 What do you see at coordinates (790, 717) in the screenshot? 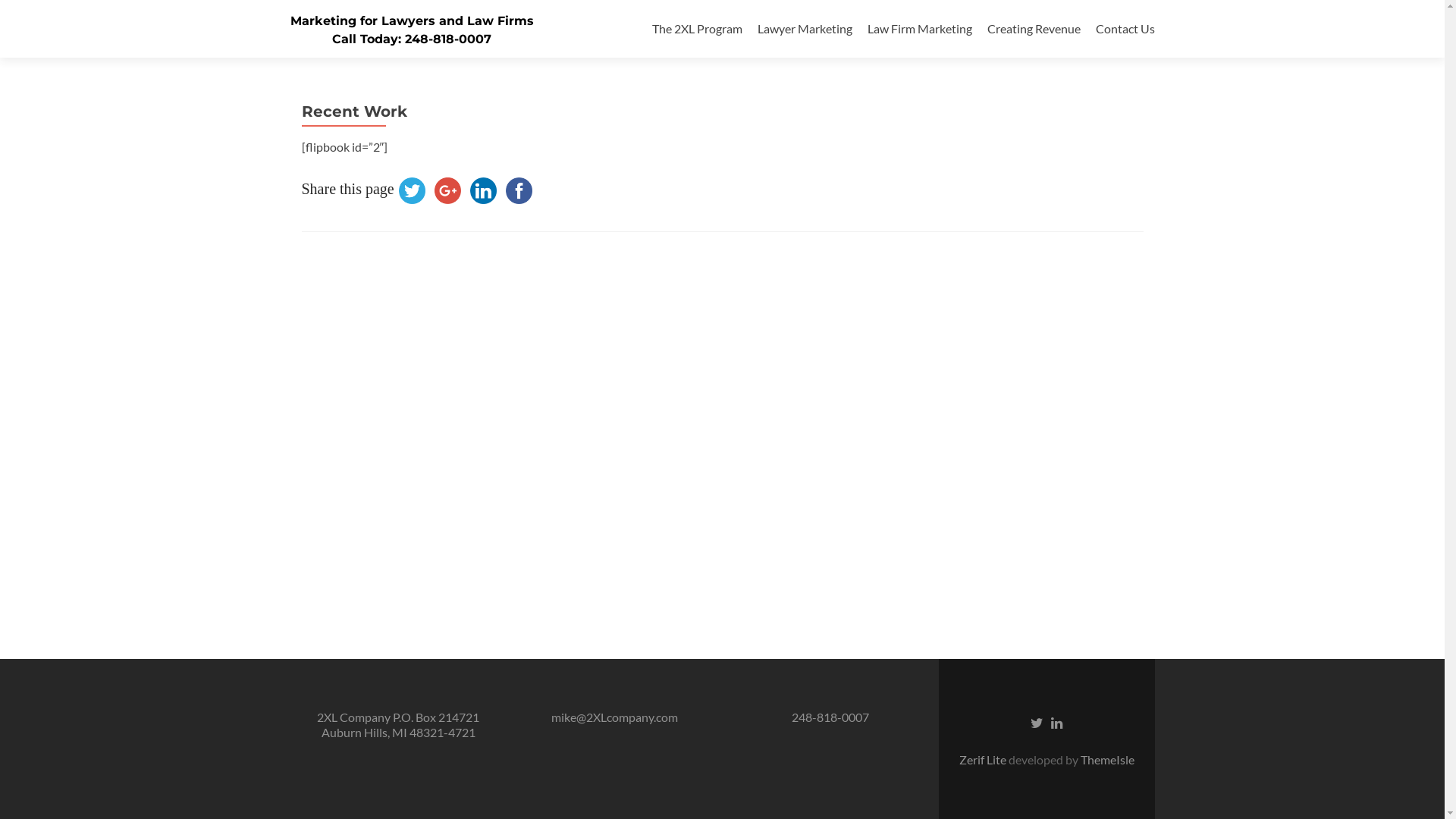
I see `'248-818-0007'` at bounding box center [790, 717].